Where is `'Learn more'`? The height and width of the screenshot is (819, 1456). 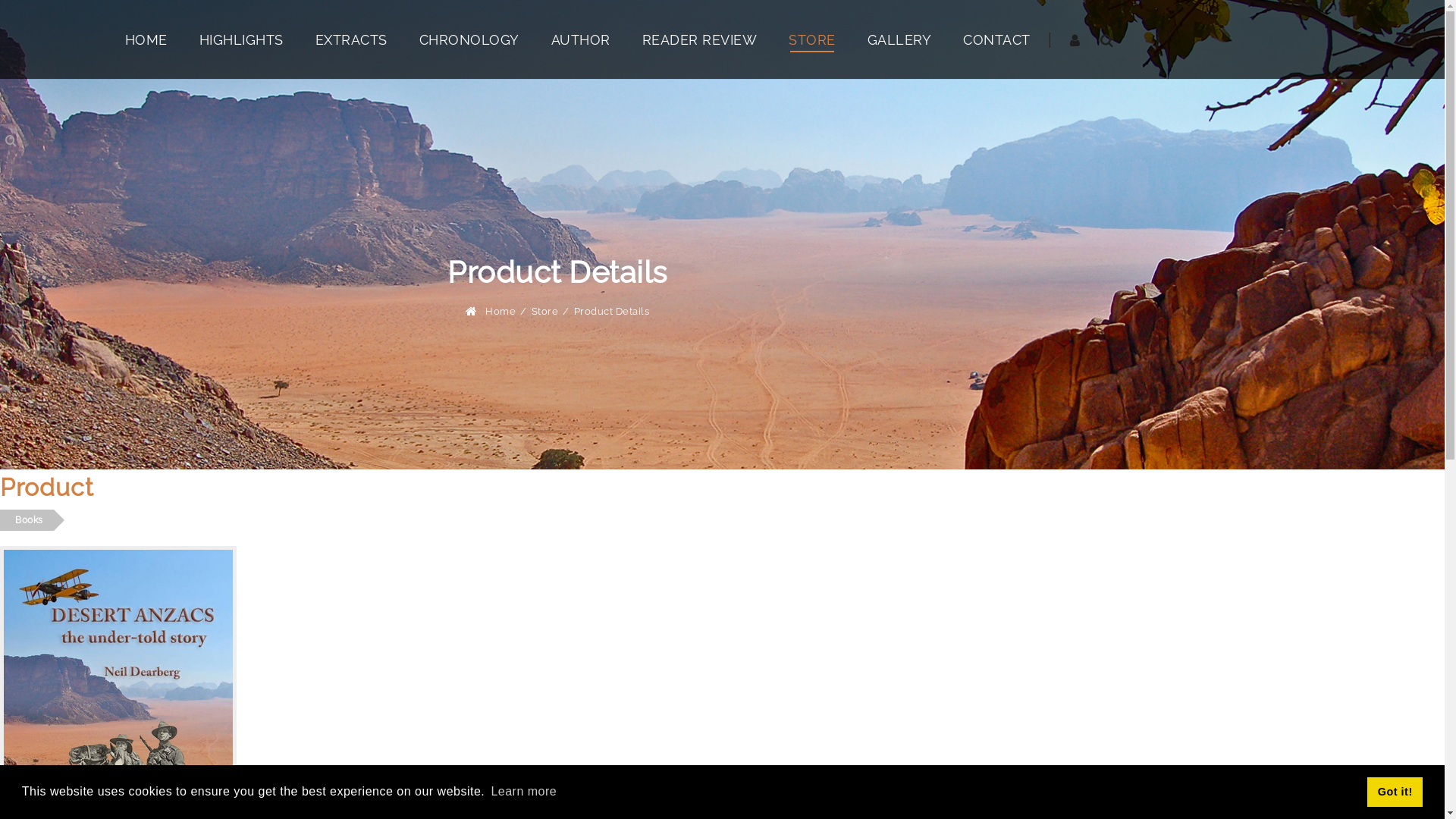
'Learn more' is located at coordinates (523, 791).